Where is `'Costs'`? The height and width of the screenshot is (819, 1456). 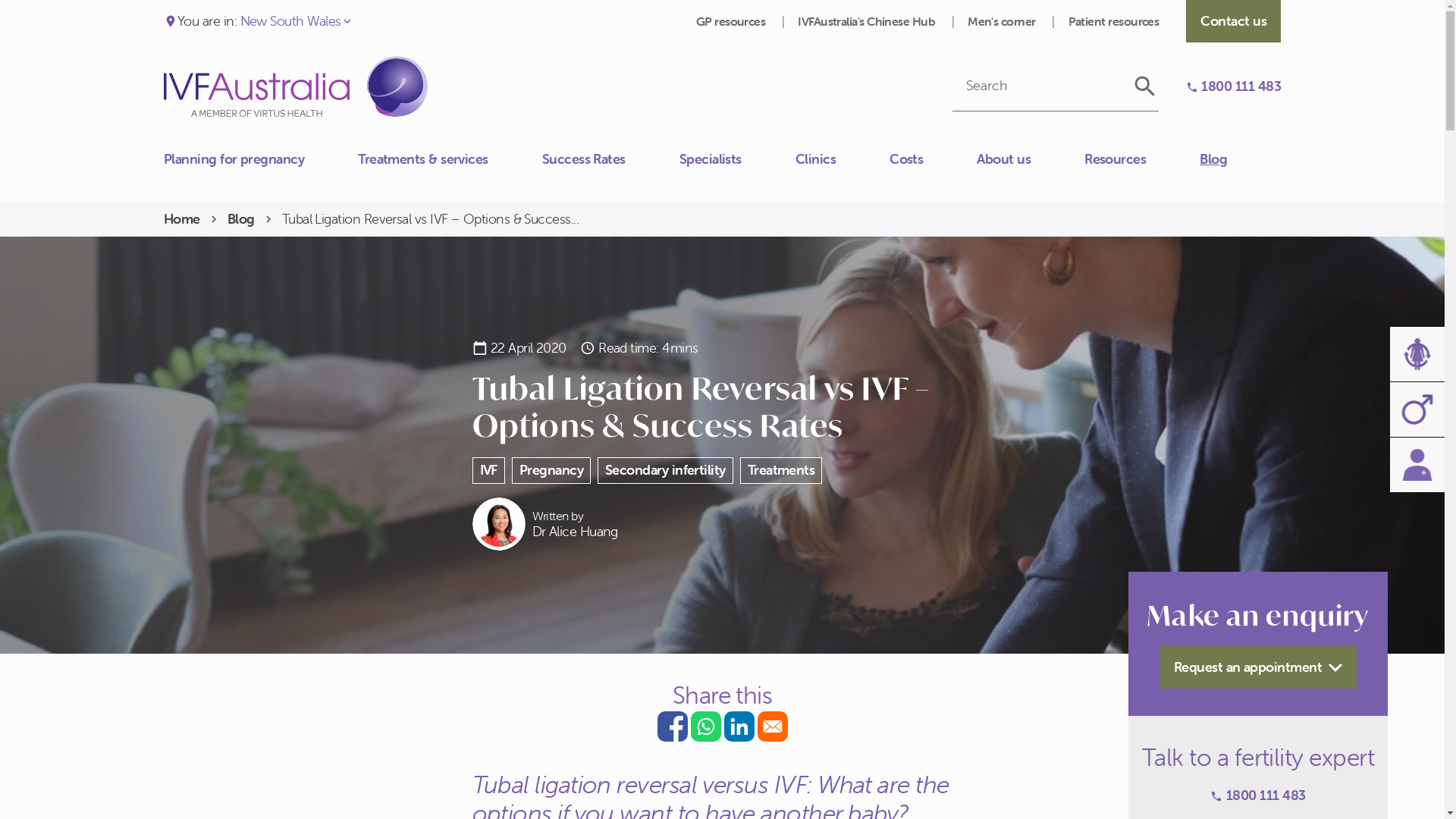
'Costs' is located at coordinates (932, 158).